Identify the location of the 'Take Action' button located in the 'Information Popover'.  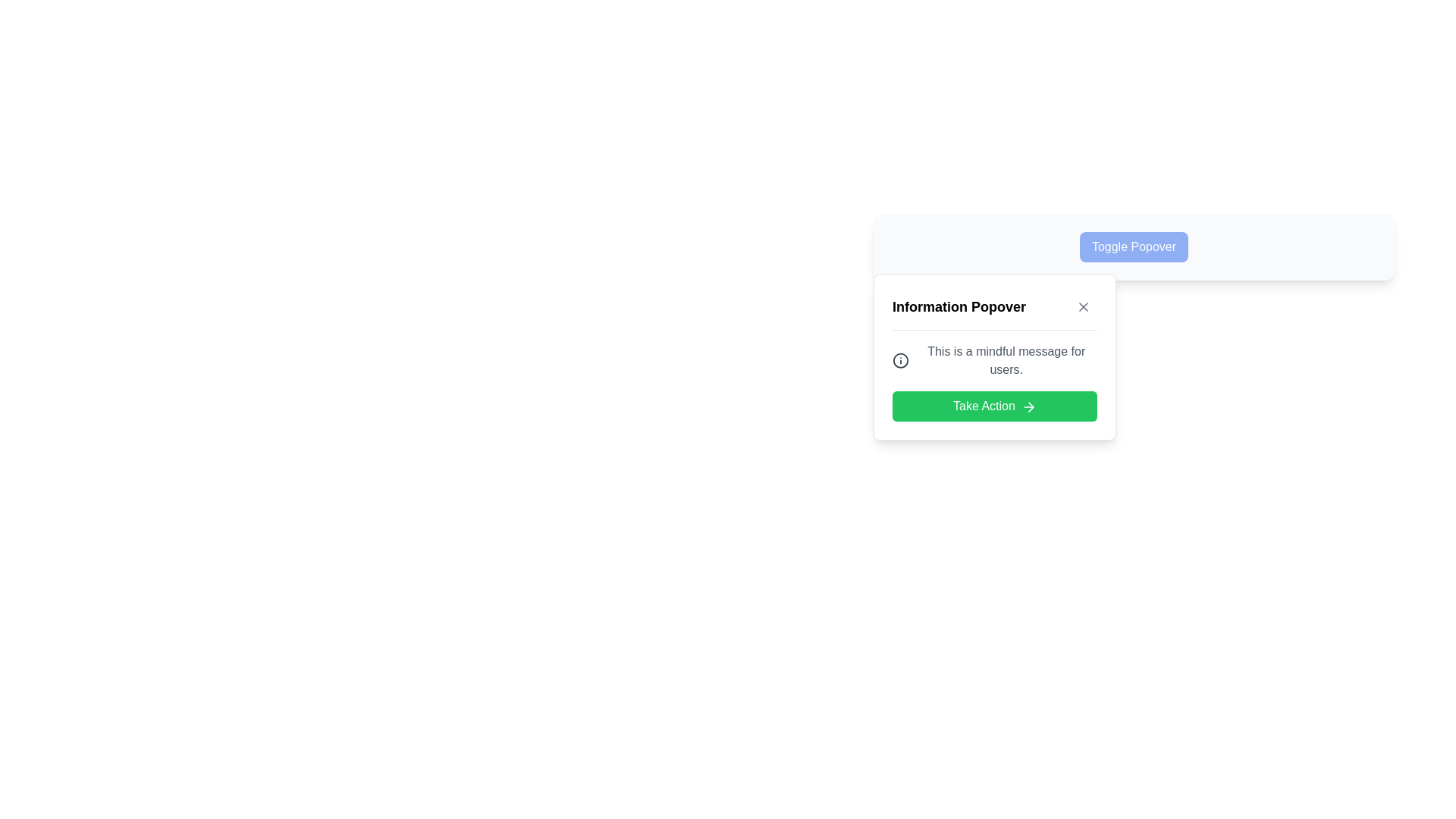
(994, 406).